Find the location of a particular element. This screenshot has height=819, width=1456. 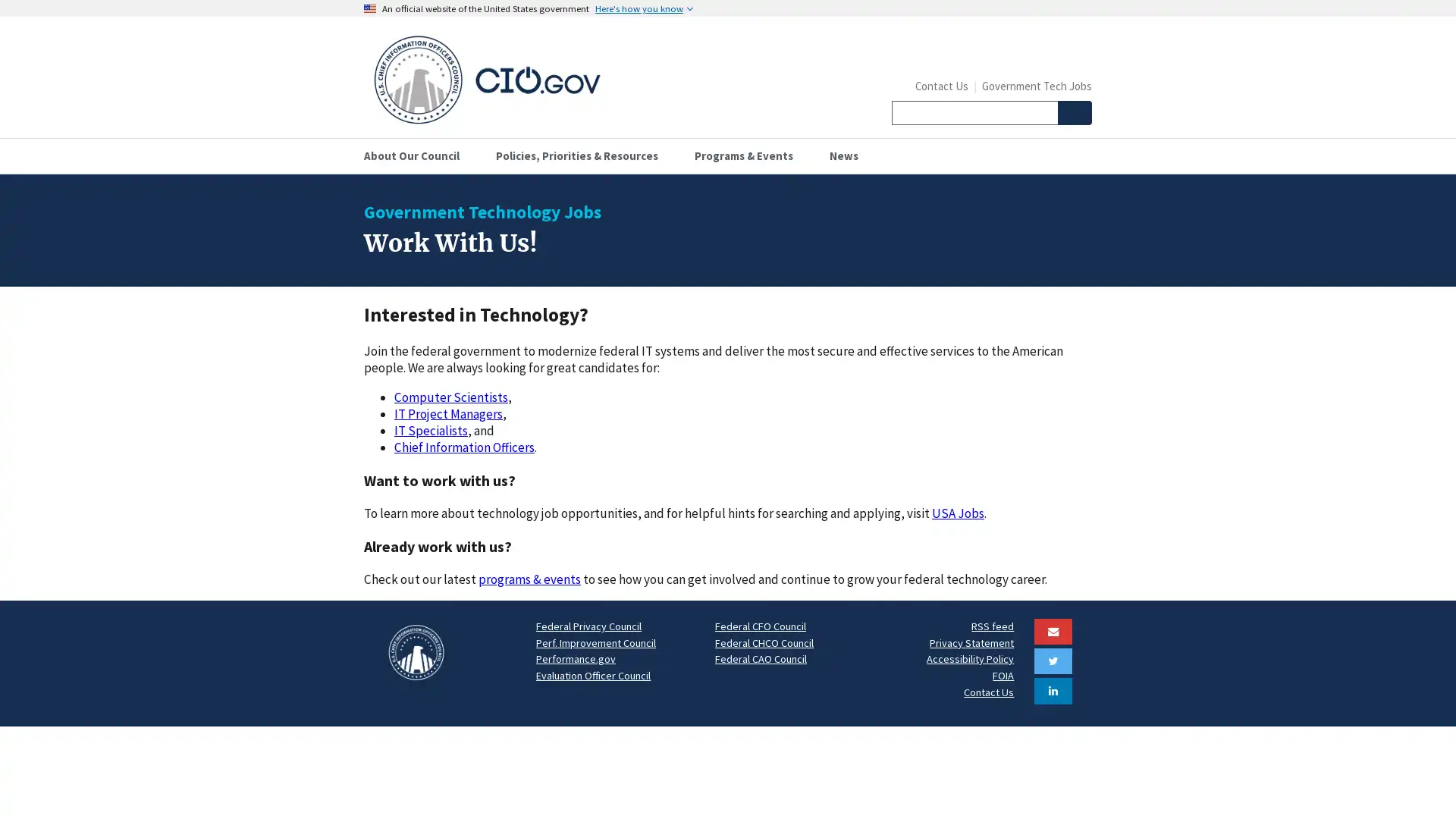

Programs & Events is located at coordinates (749, 155).